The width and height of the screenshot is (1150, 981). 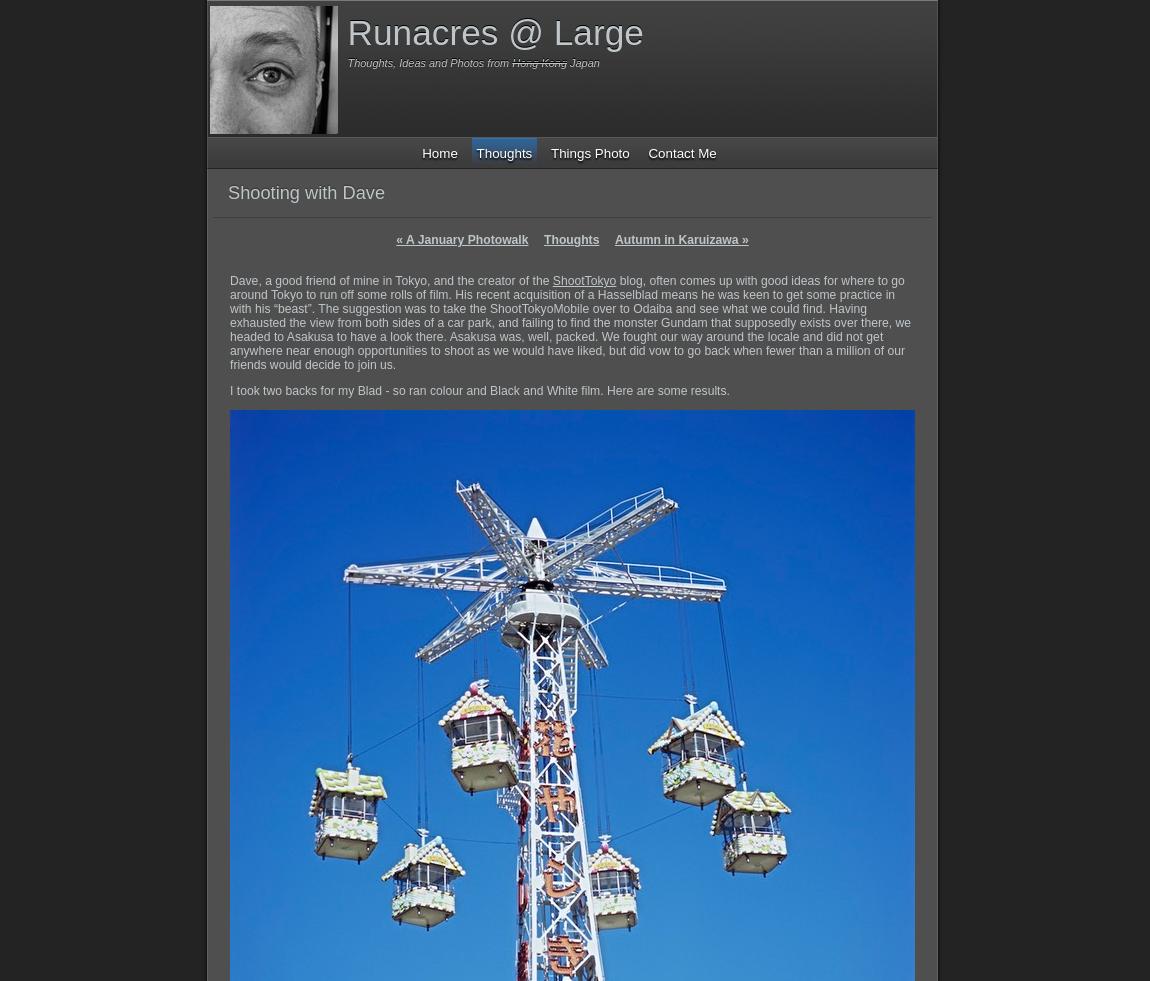 What do you see at coordinates (582, 279) in the screenshot?
I see `'ShootTokyo'` at bounding box center [582, 279].